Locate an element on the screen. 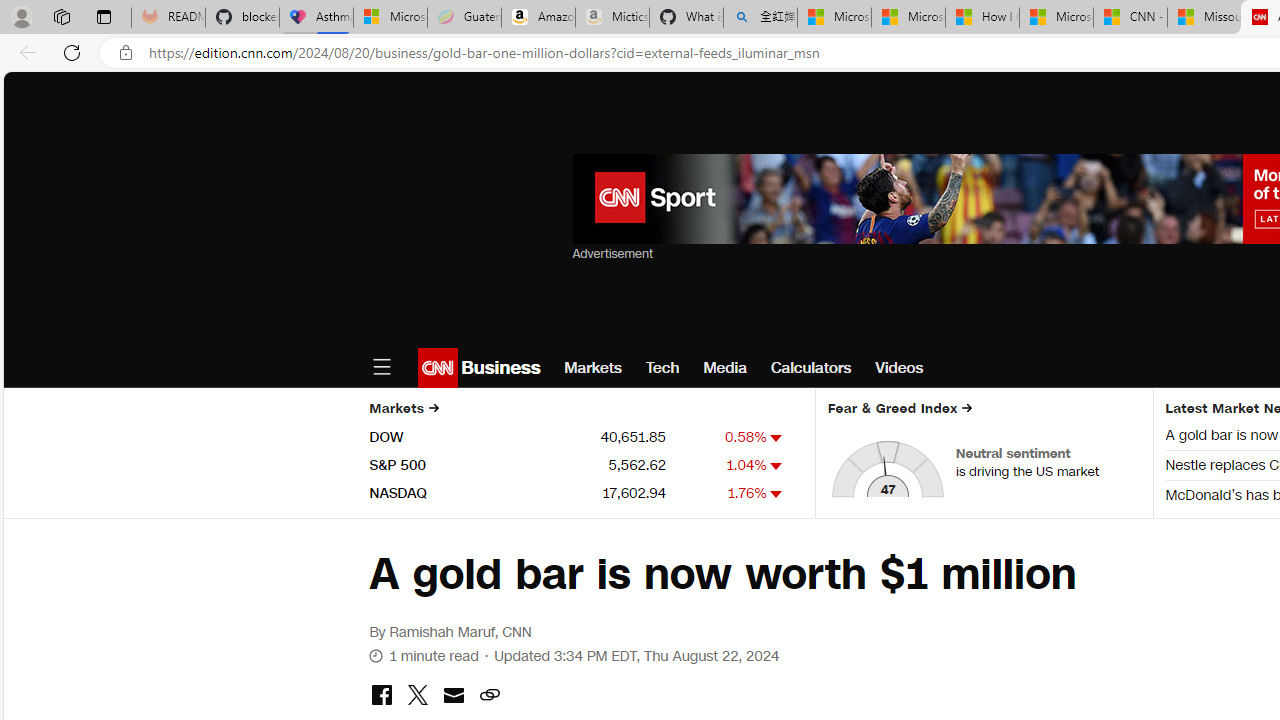  'Class: right-arrow' is located at coordinates (967, 407).